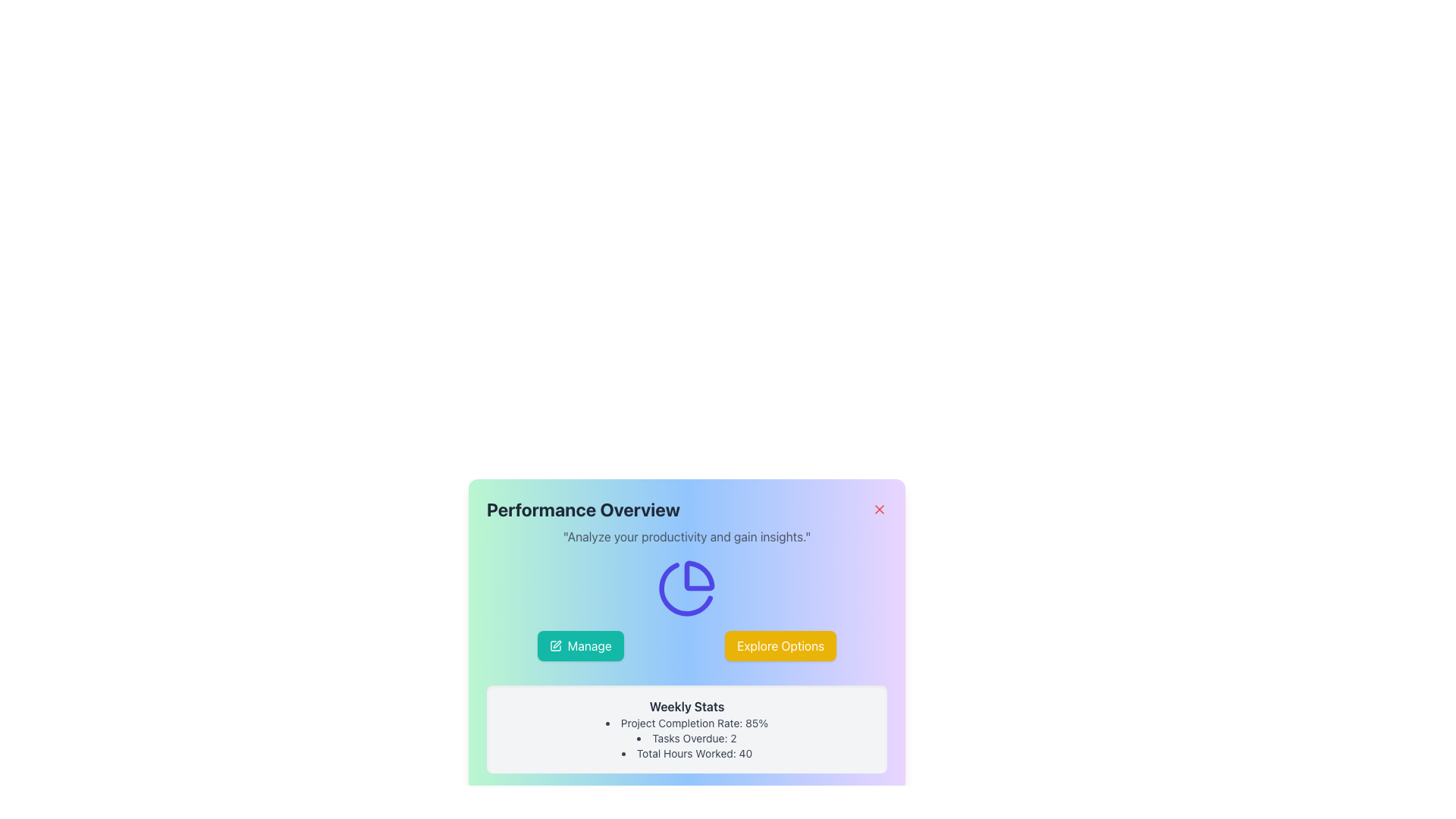 Image resolution: width=1456 pixels, height=819 pixels. What do you see at coordinates (686, 536) in the screenshot?
I see `the static text displaying the message 'Analyze your productivity and gain insights.' which is styled with a gray font and centered alignment, located between the header 'Performance Overview' and a graphical chart icon` at bounding box center [686, 536].